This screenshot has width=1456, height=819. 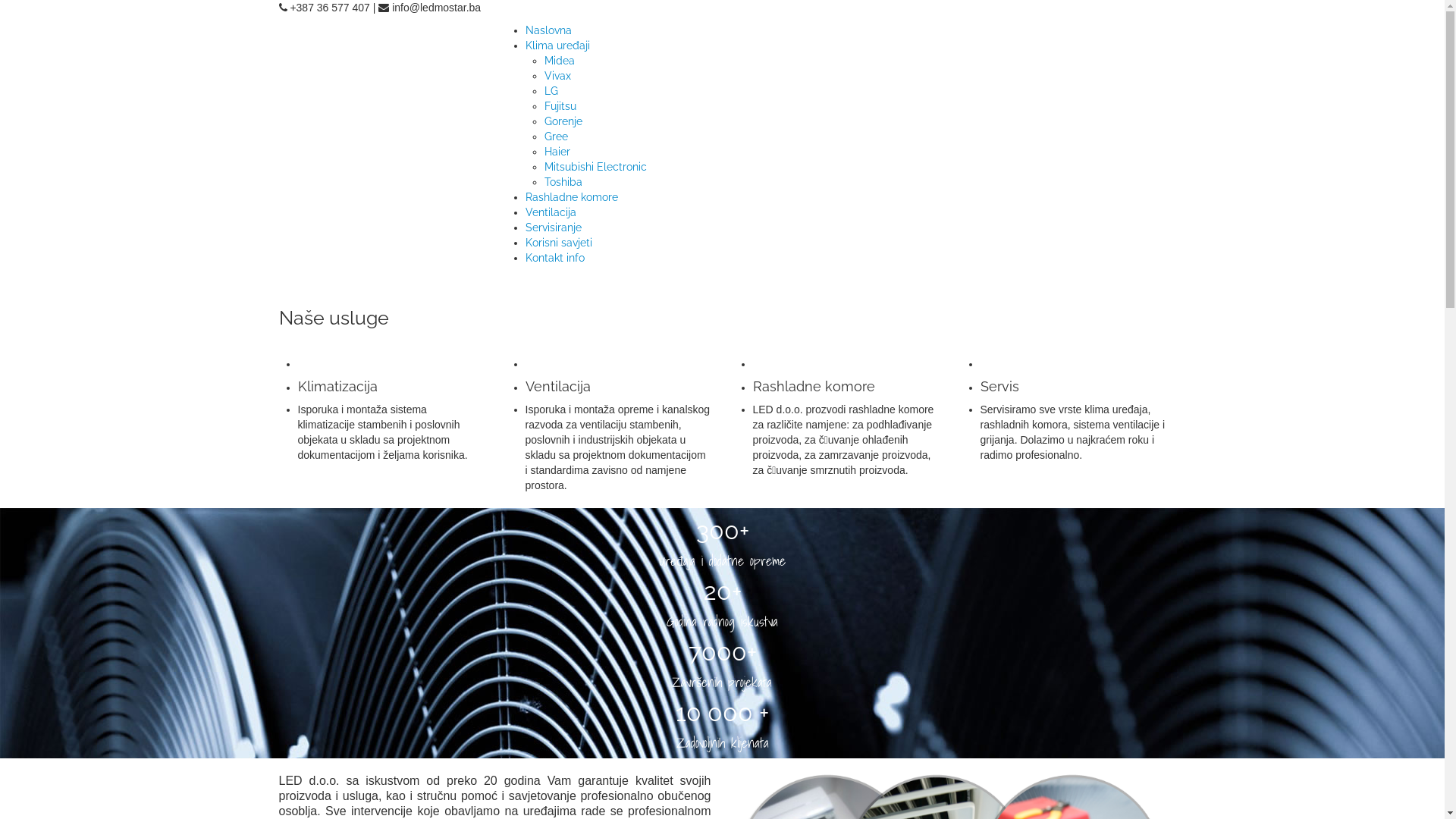 What do you see at coordinates (563, 180) in the screenshot?
I see `'Toshiba'` at bounding box center [563, 180].